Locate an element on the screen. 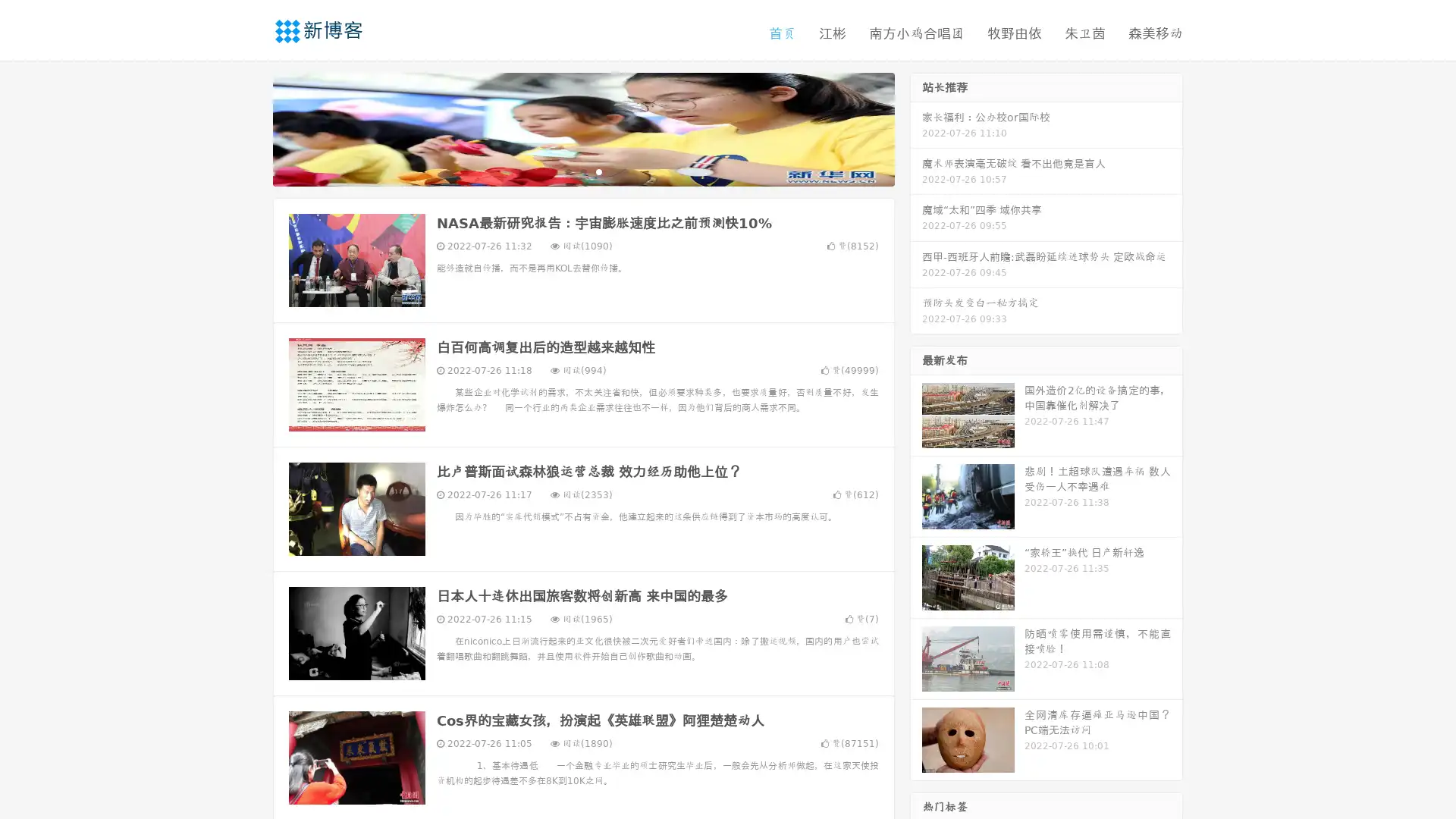 The width and height of the screenshot is (1456, 819). Go to slide 1 is located at coordinates (567, 171).